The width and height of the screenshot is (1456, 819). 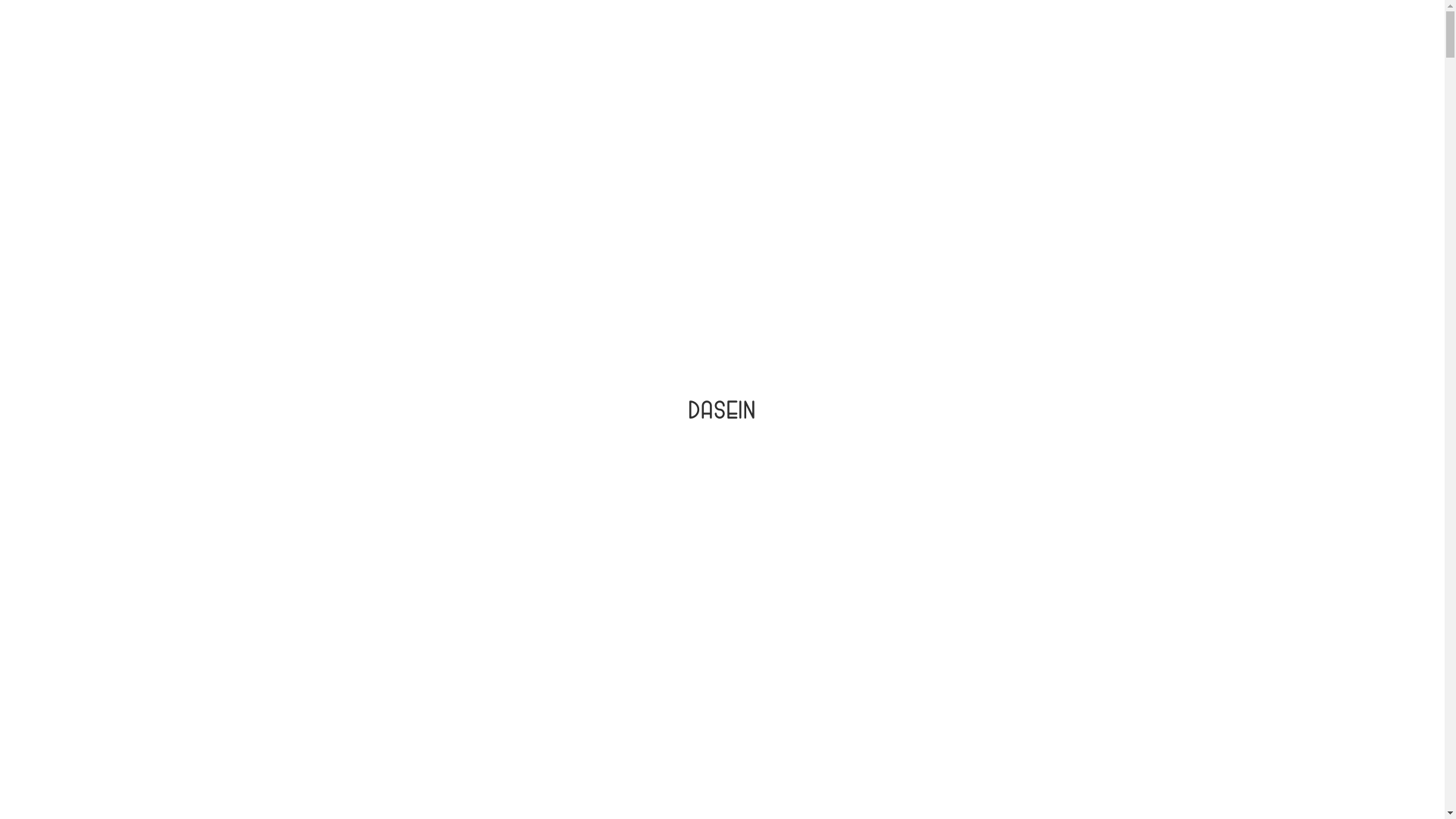 What do you see at coordinates (1144, 55) in the screenshot?
I see `'CONTACT'` at bounding box center [1144, 55].